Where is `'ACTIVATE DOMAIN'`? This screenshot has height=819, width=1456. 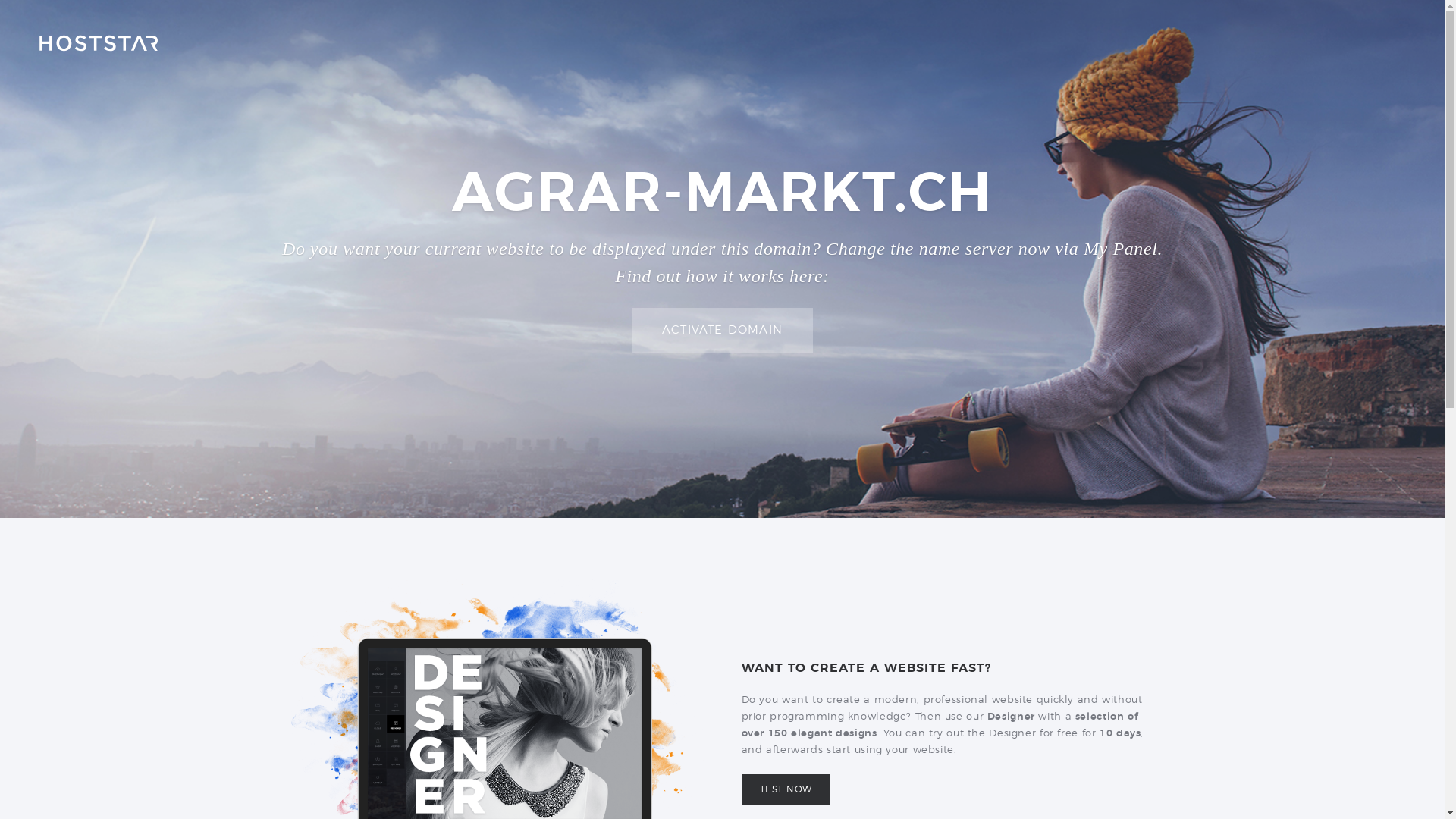
'ACTIVATE DOMAIN' is located at coordinates (721, 330).